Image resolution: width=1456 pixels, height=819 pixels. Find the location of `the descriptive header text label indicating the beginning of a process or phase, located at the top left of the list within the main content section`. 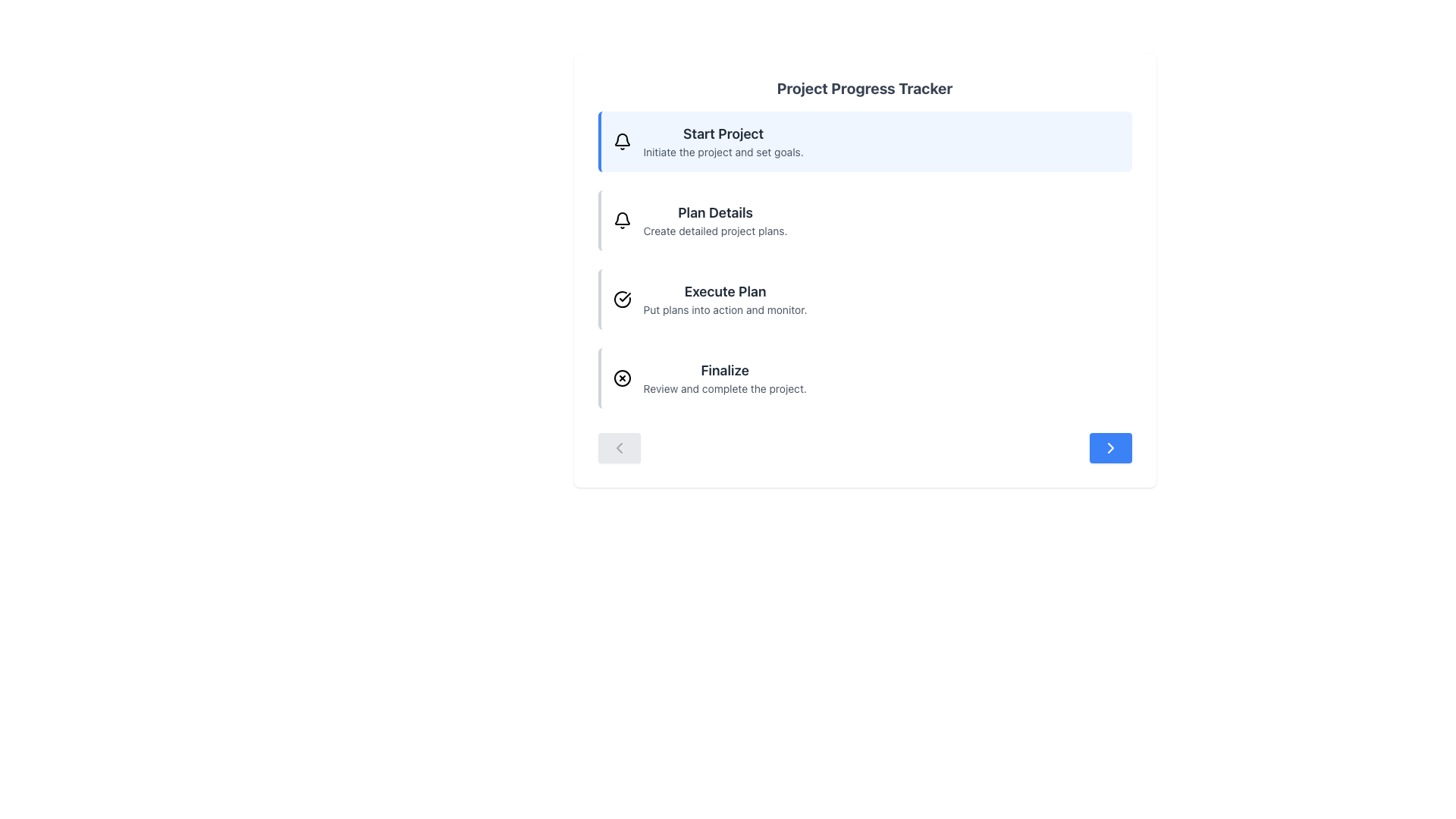

the descriptive header text label indicating the beginning of a process or phase, located at the top left of the list within the main content section is located at coordinates (723, 133).